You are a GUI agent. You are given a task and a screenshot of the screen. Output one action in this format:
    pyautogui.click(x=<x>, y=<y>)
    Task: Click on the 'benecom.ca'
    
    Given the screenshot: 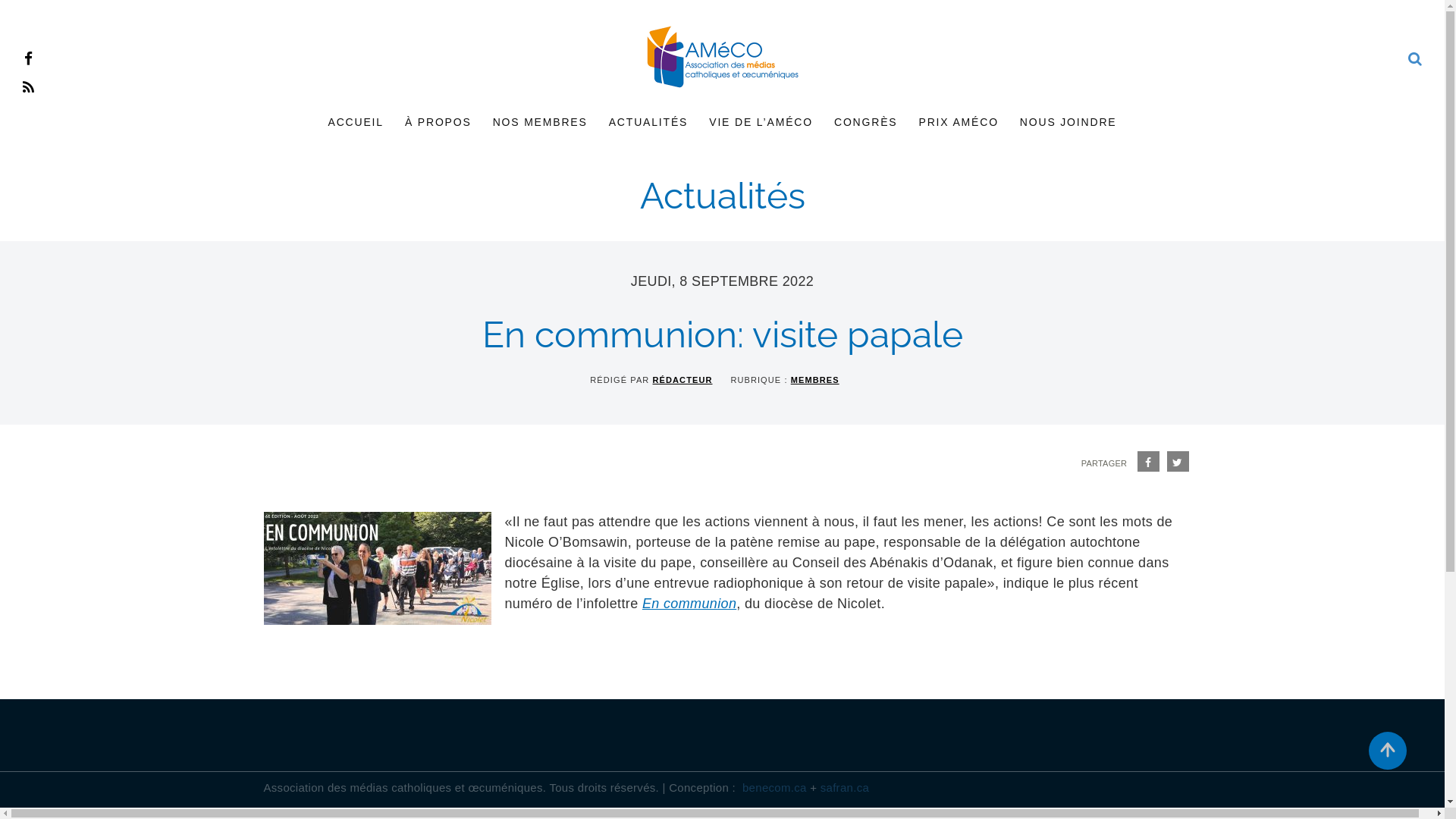 What is the action you would take?
    pyautogui.click(x=774, y=787)
    